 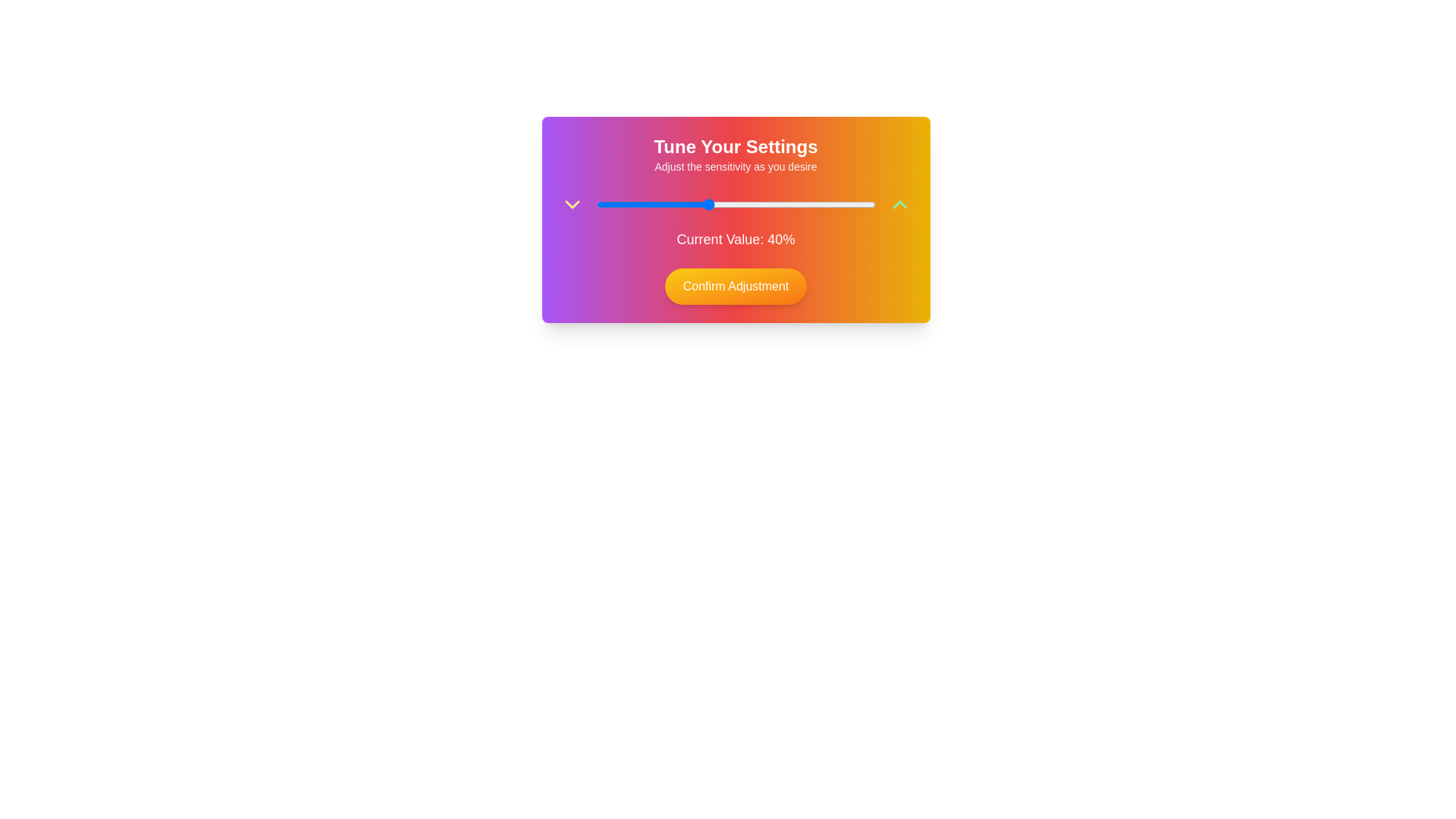 I want to click on the slider to set the value to 38, so click(x=701, y=205).